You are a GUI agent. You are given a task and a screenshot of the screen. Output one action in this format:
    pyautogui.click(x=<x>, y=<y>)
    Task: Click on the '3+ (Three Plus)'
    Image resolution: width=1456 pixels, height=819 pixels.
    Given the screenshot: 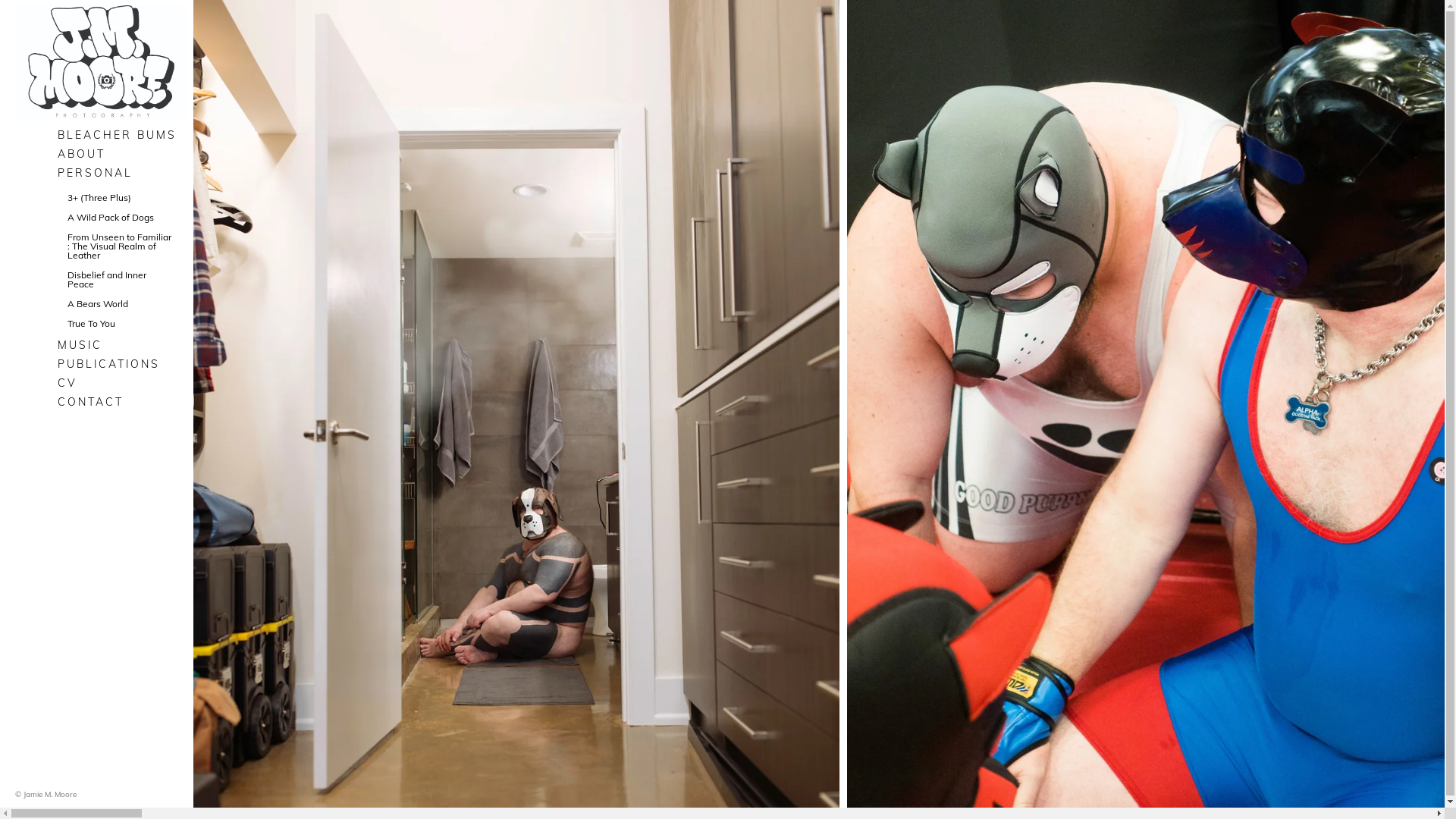 What is the action you would take?
    pyautogui.click(x=118, y=197)
    